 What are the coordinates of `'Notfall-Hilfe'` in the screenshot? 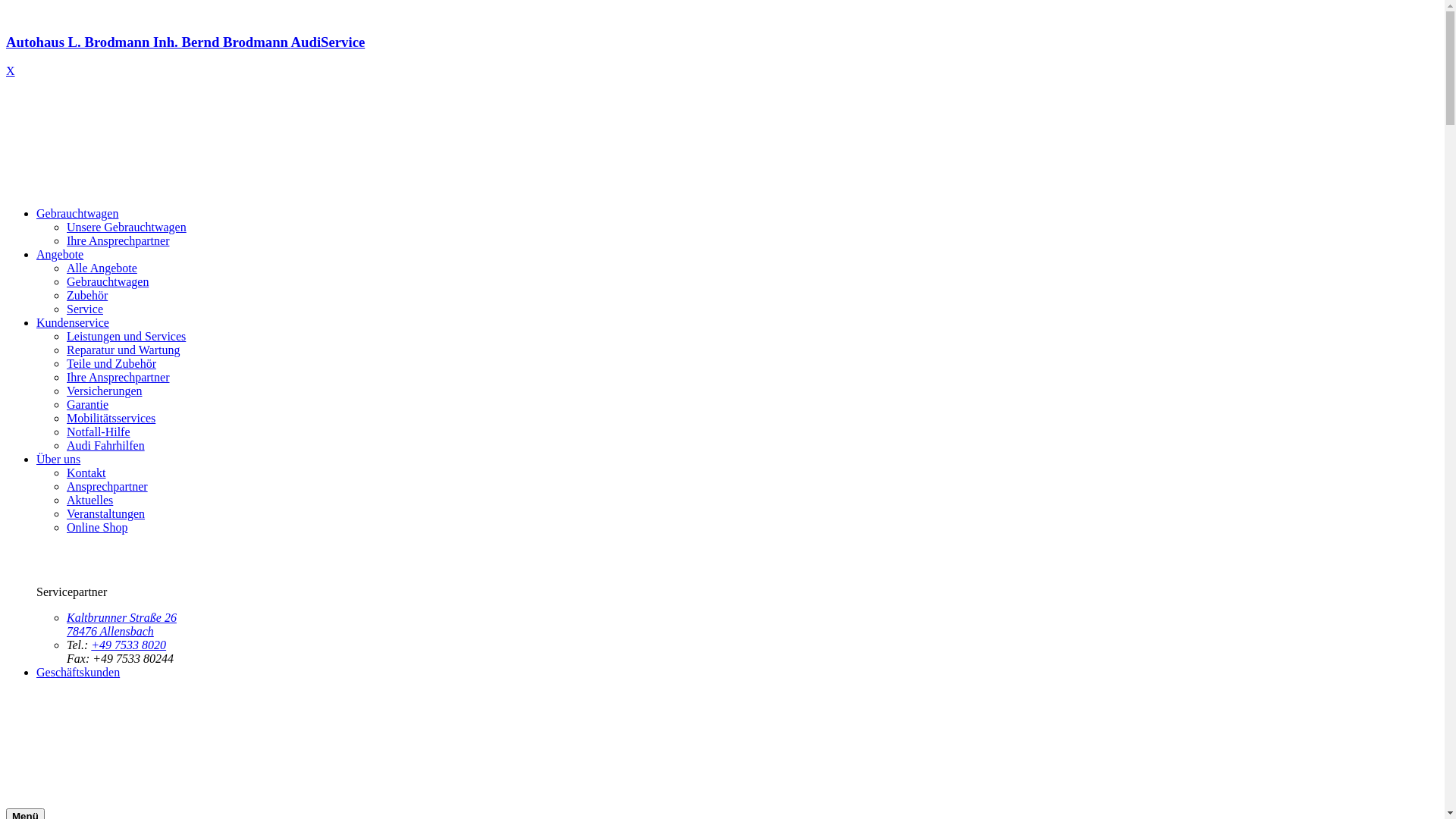 It's located at (65, 431).